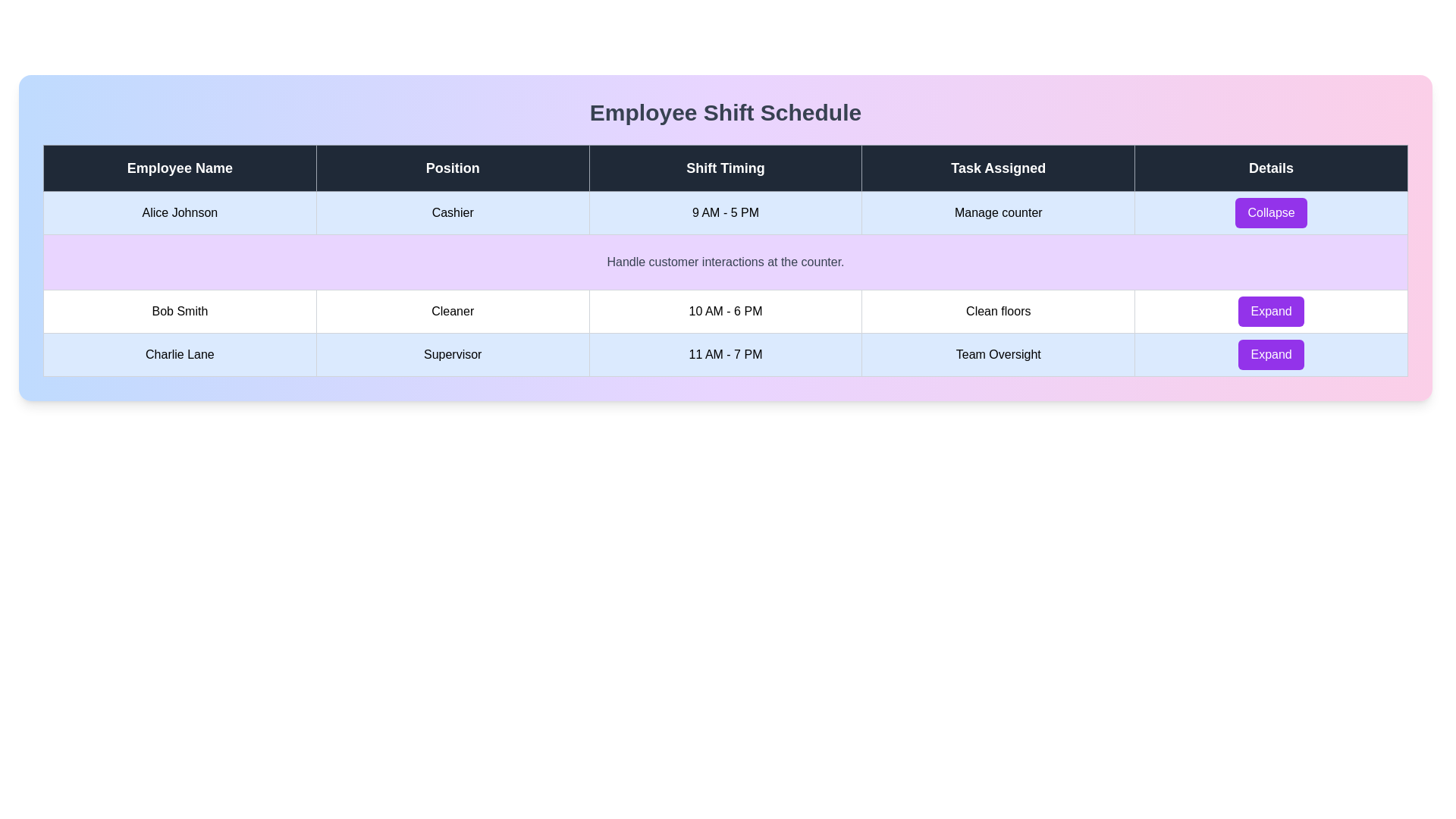 Image resolution: width=1456 pixels, height=819 pixels. I want to click on the tabular data row displaying employee schedule details for highlighting, so click(724, 354).